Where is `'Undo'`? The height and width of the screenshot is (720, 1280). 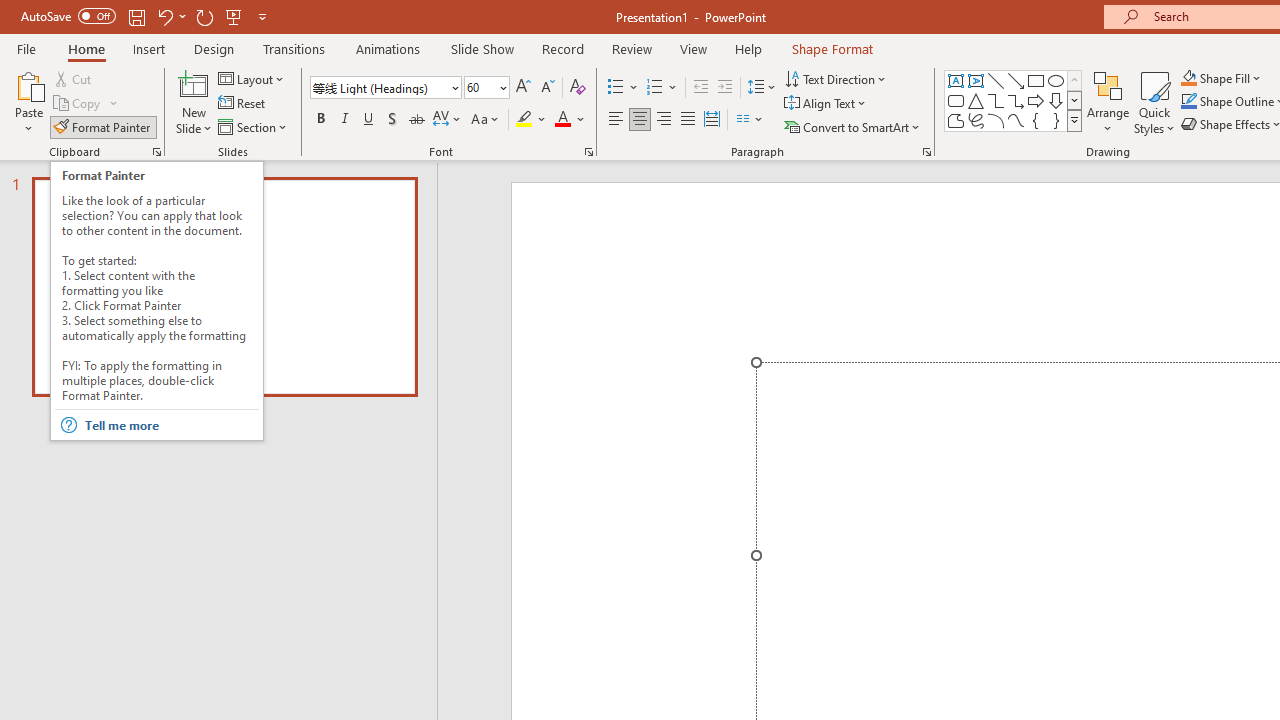
'Undo' is located at coordinates (164, 16).